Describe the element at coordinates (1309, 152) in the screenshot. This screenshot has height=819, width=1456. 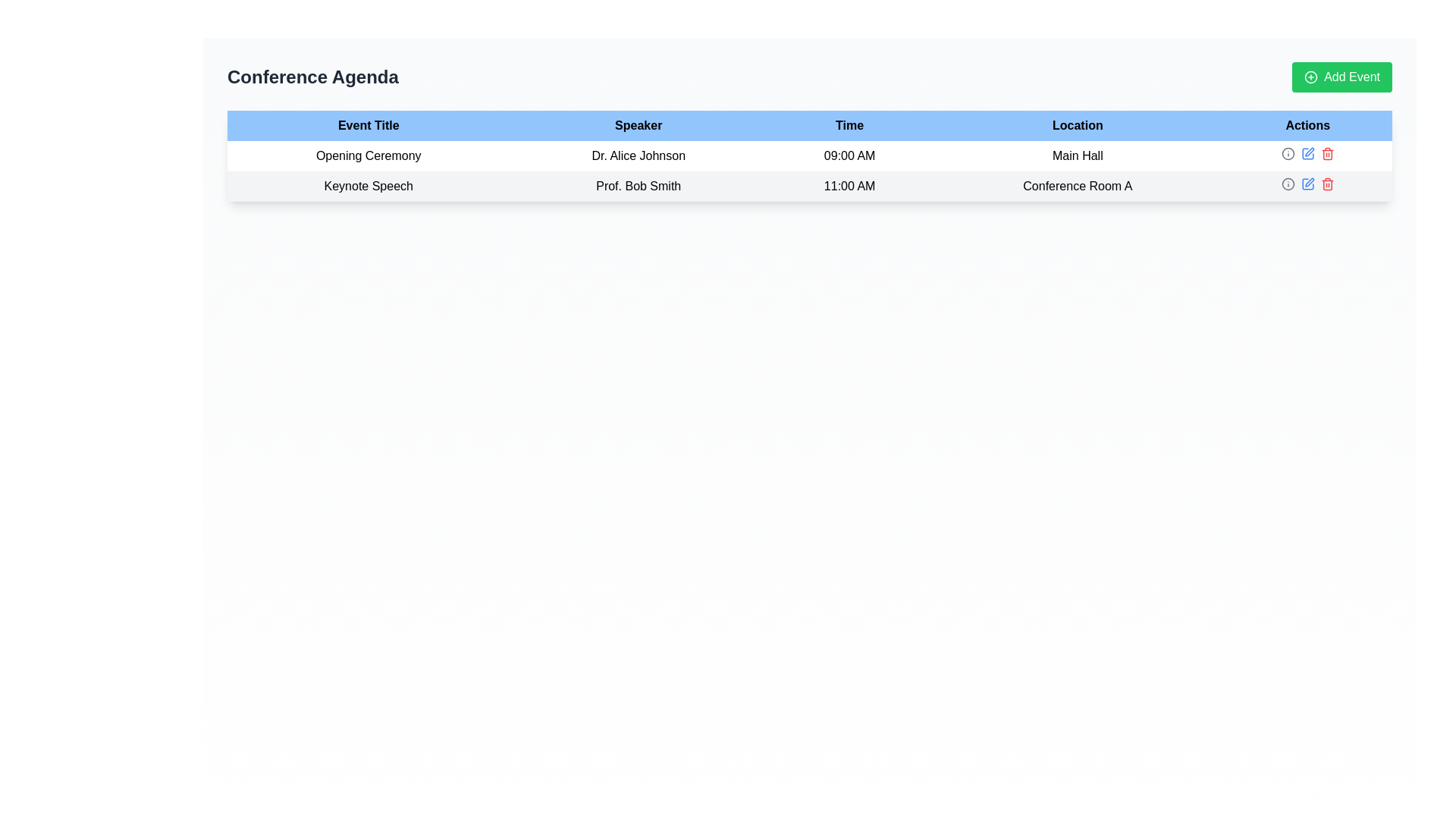
I see `the edit icon (pen icon) in the 'Actions' column of the 'Conference Agenda' table to modify the details of the 'Keynote Speech' row` at that location.